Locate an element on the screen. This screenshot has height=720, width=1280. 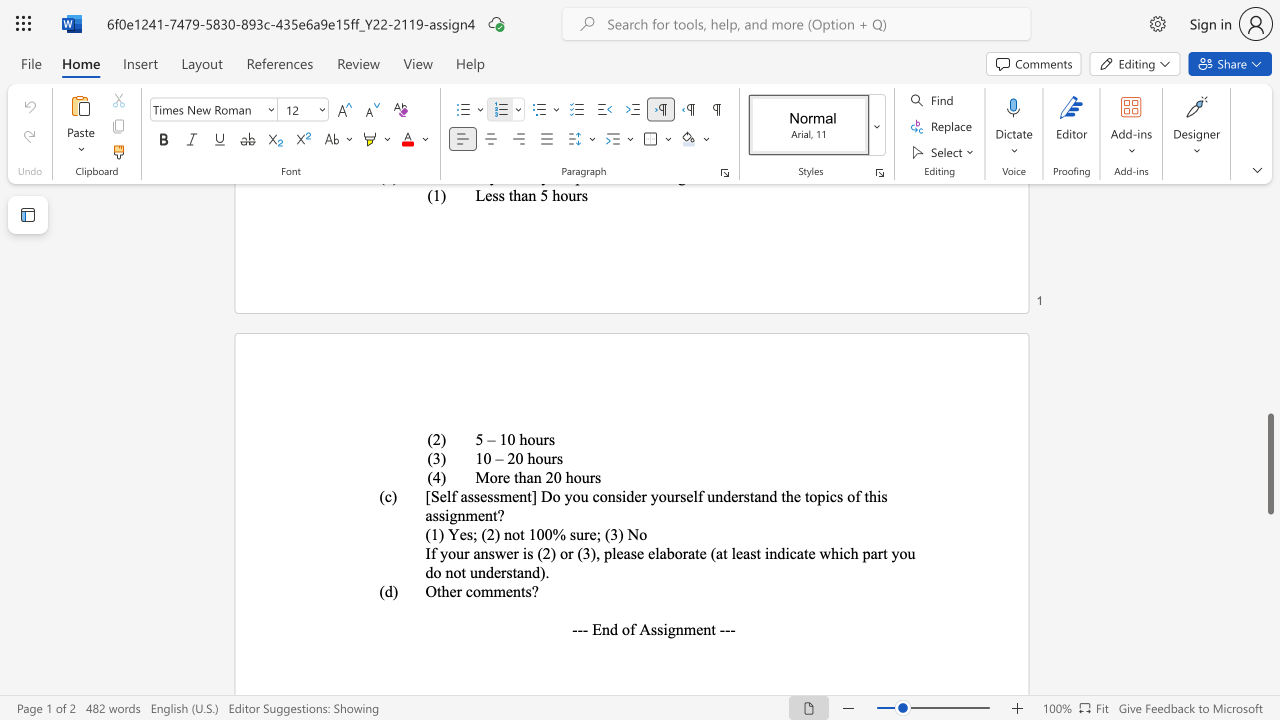
the 1th character "f" in the text is located at coordinates (631, 628).